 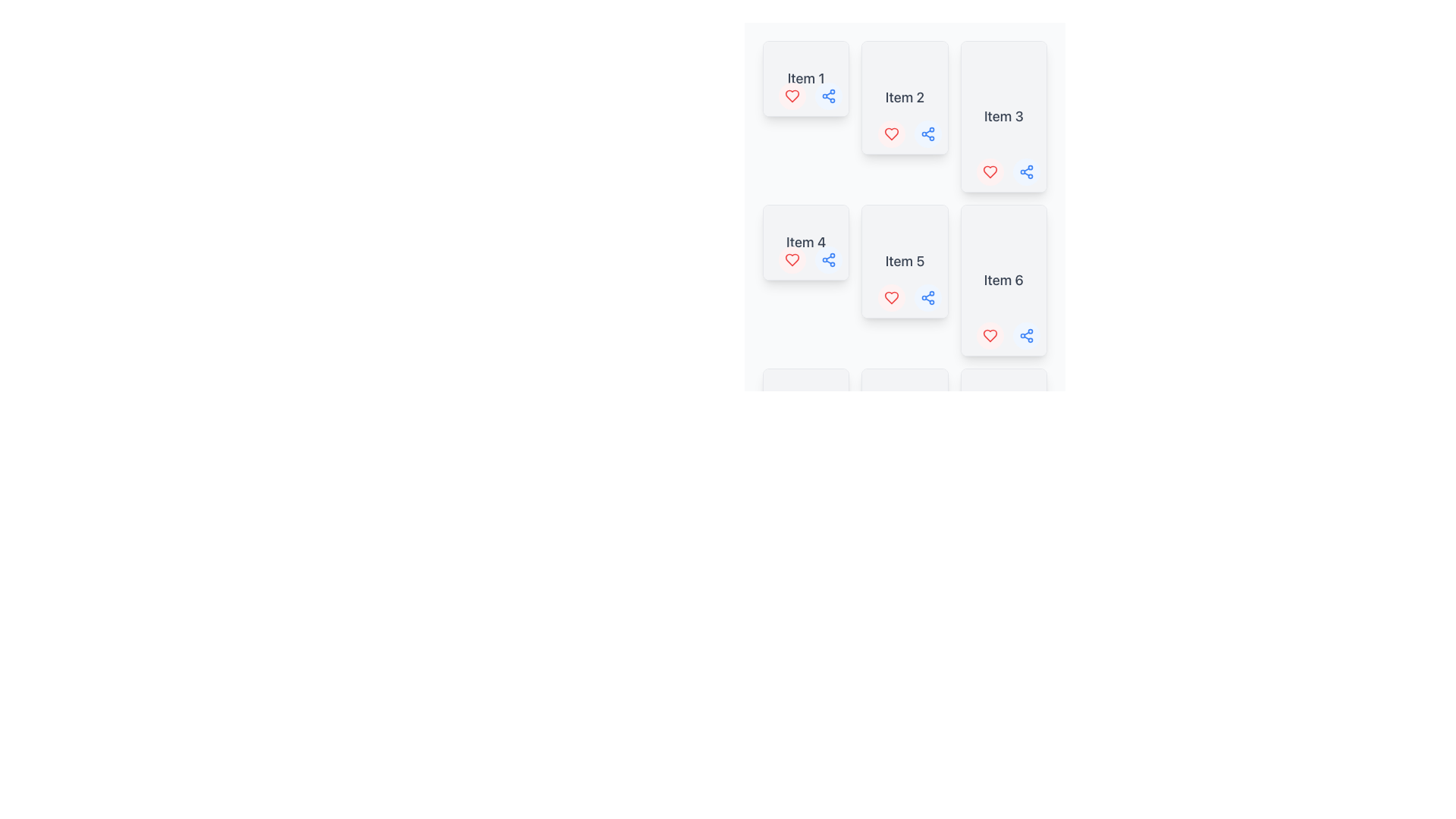 I want to click on text label displaying 'Item 1' in bold gray text located at the top of the first card in the grid layout, so click(x=805, y=79).